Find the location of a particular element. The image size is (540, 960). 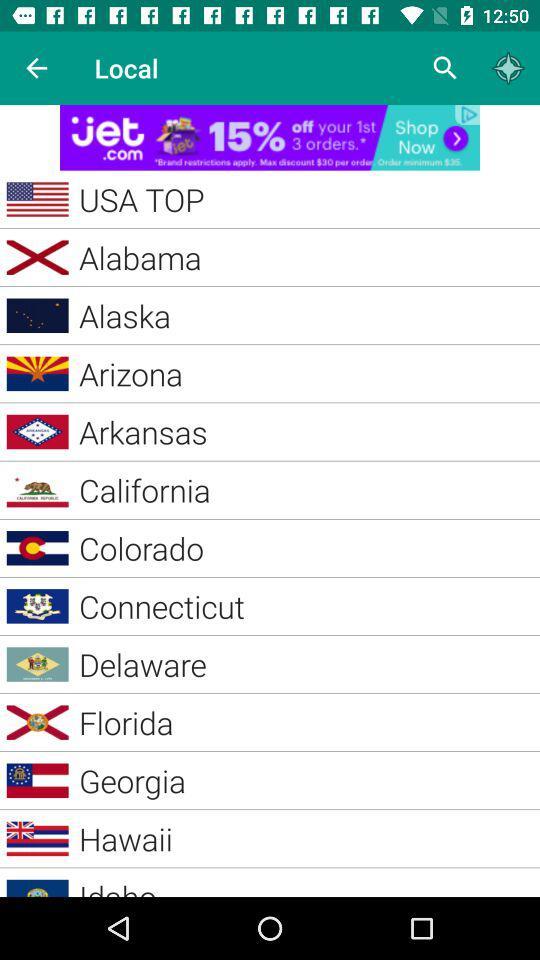

the image left side of florida is located at coordinates (38, 721).